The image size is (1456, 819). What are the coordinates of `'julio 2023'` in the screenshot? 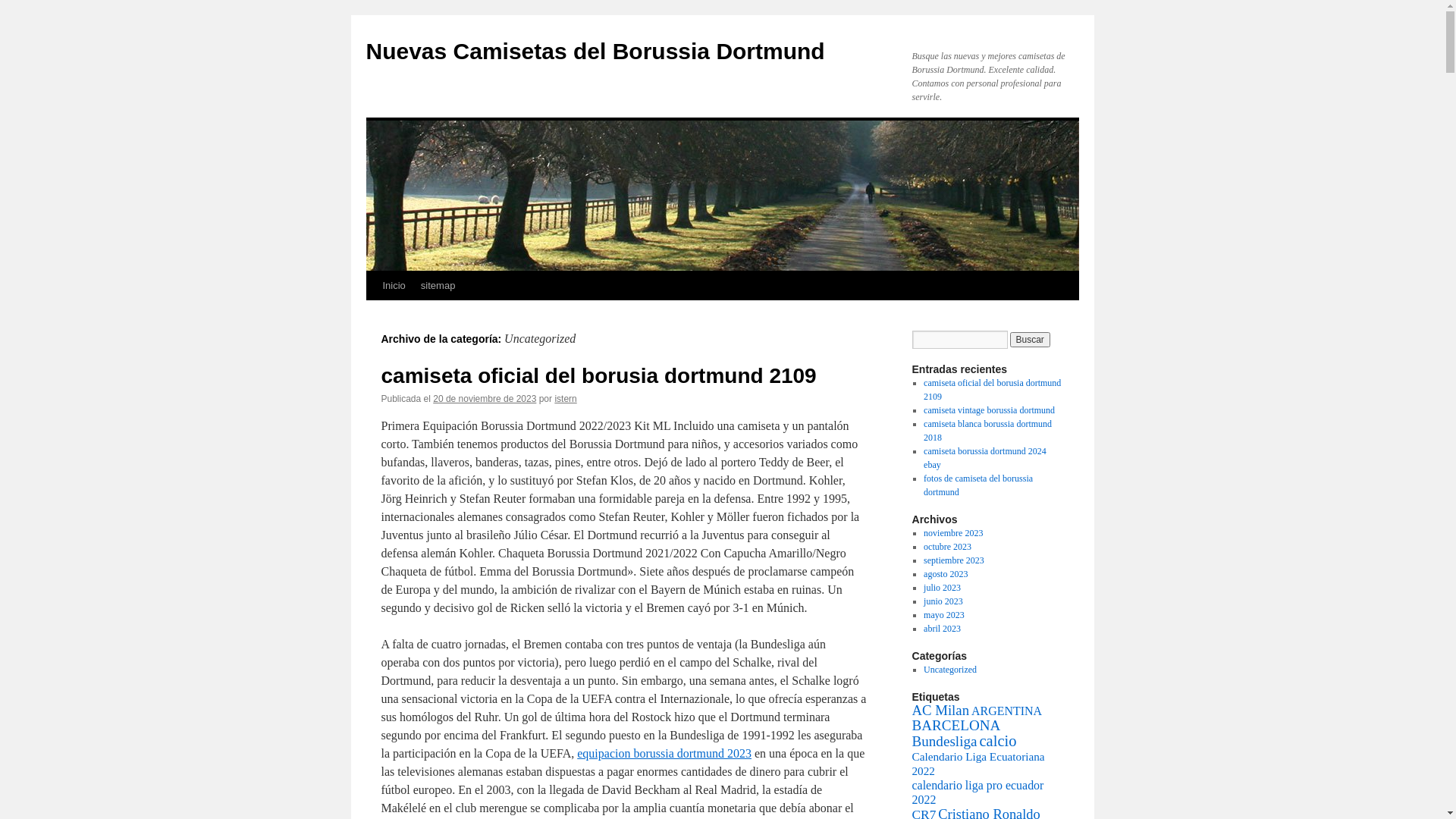 It's located at (941, 587).